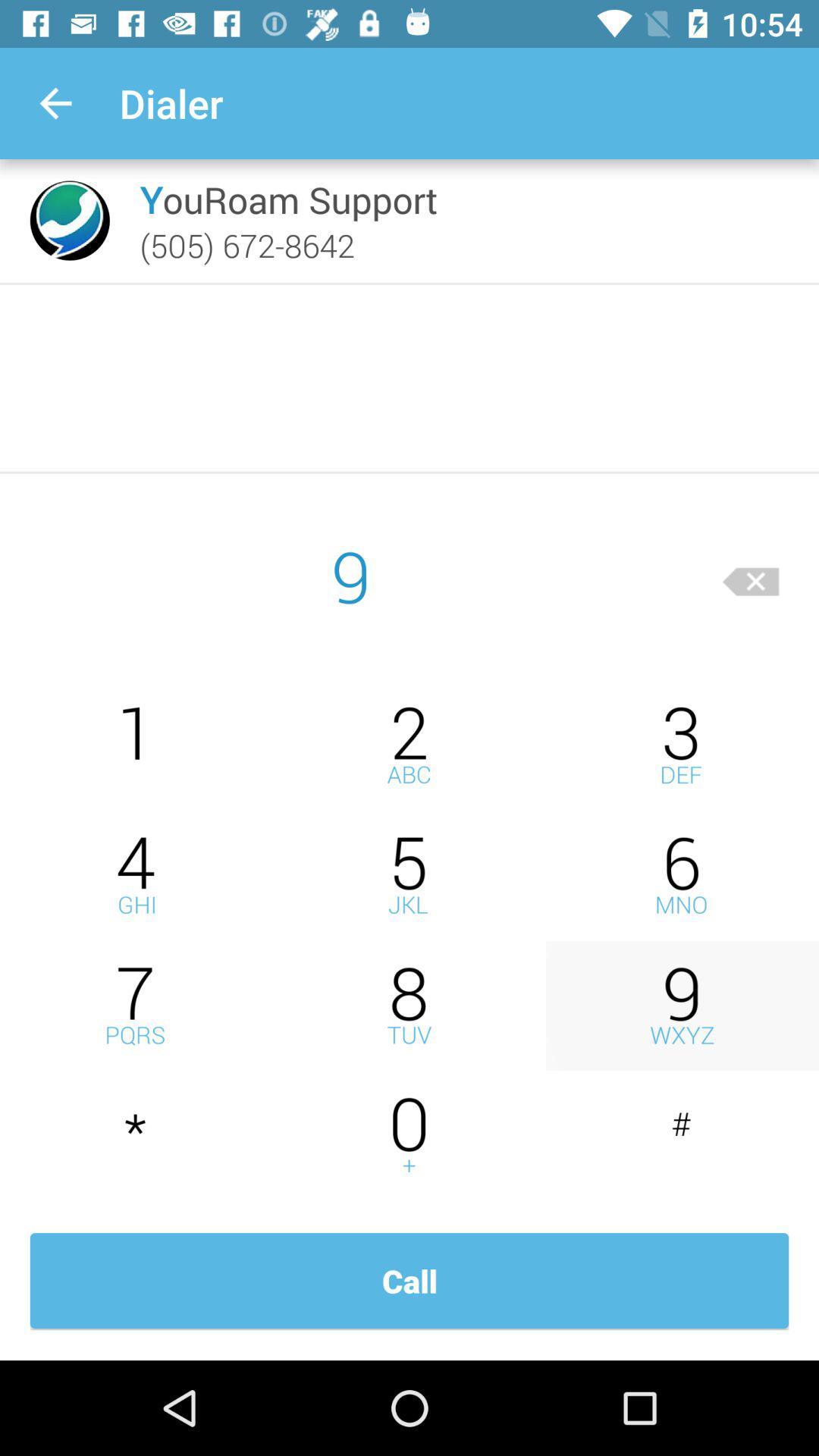  What do you see at coordinates (136, 1136) in the screenshot?
I see `key to enter star as a character` at bounding box center [136, 1136].